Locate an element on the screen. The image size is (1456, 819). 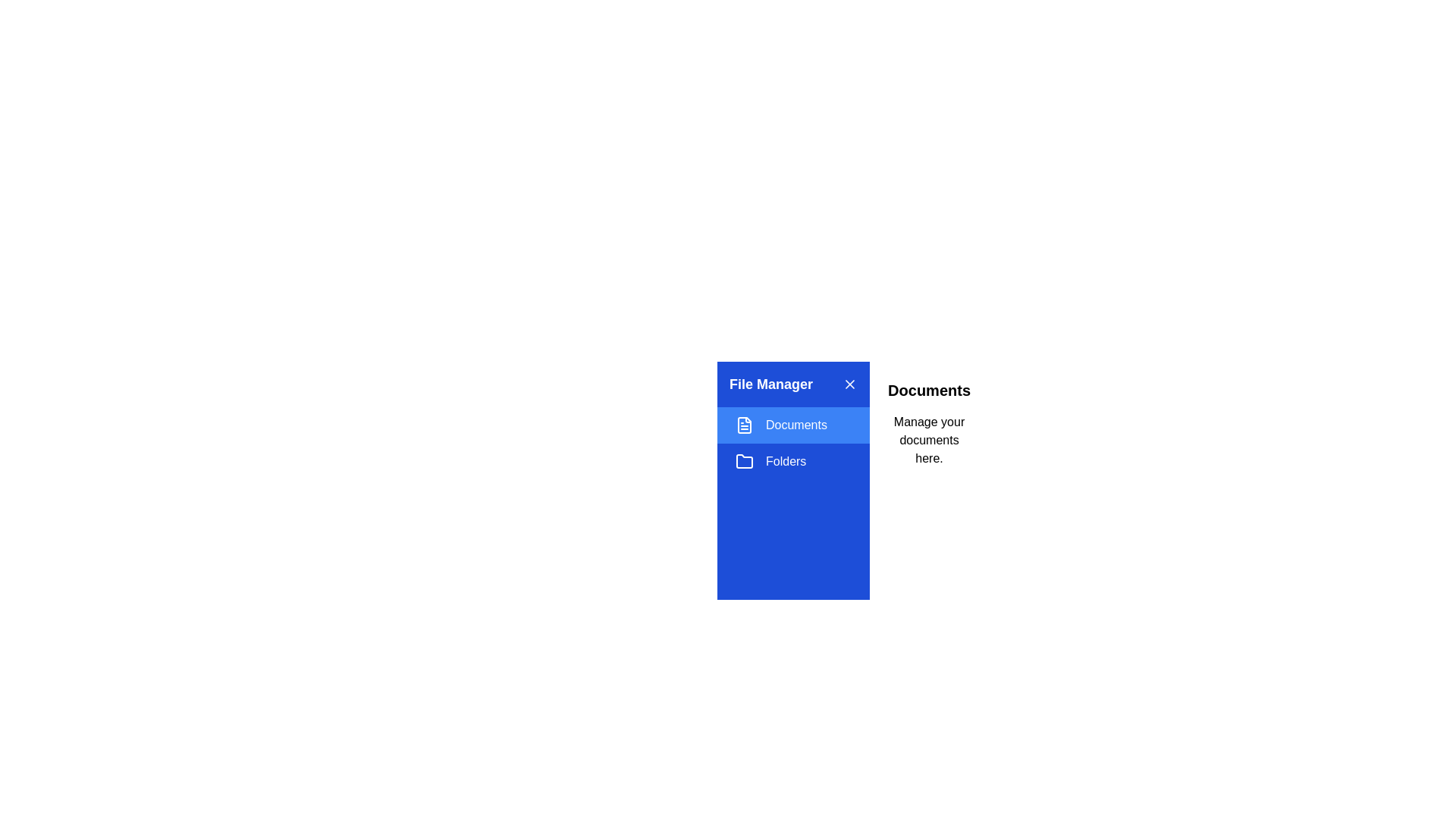
the section Documents in the drawer is located at coordinates (792, 425).